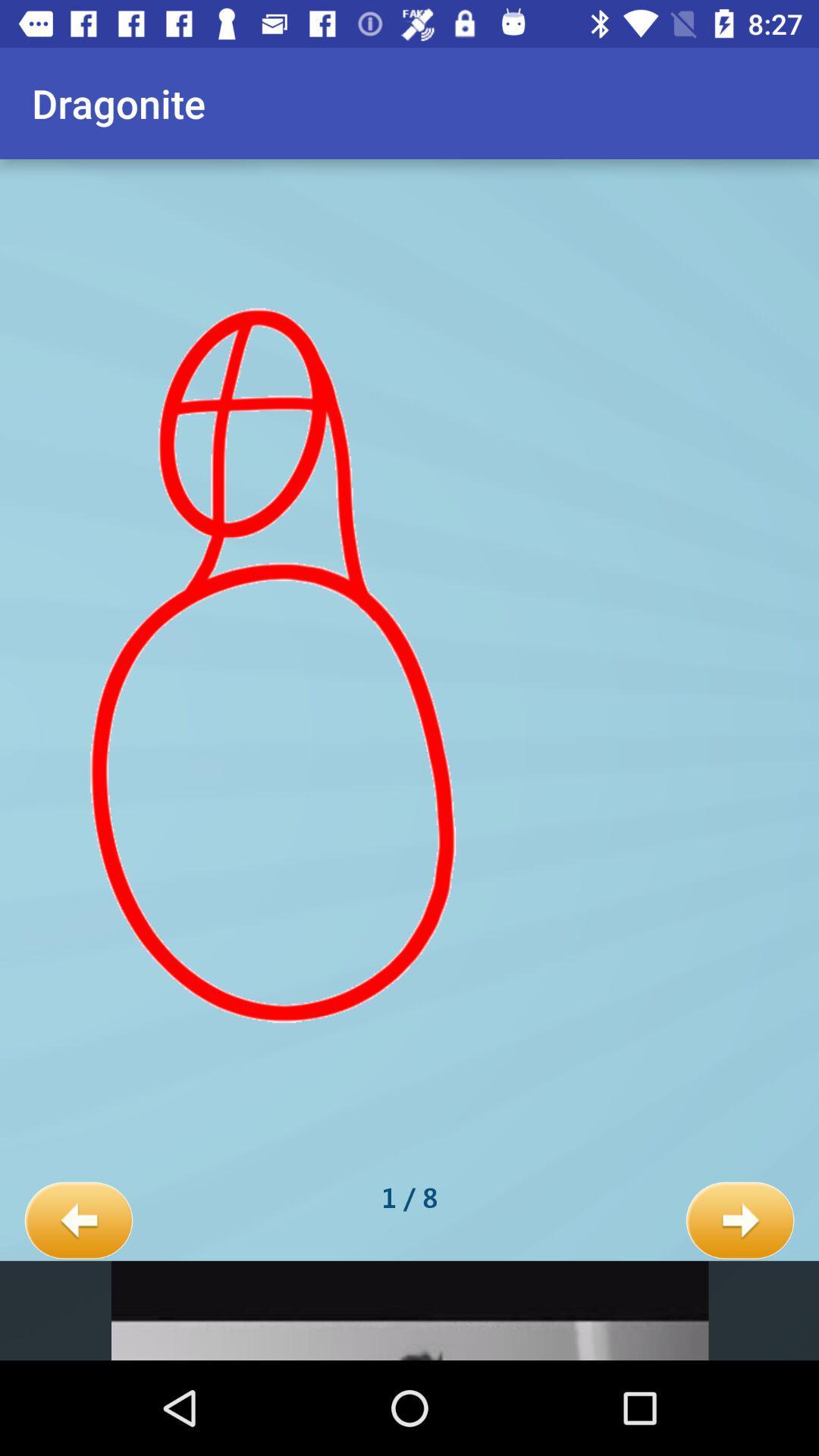  I want to click on the item at the bottom left corner, so click(78, 1221).